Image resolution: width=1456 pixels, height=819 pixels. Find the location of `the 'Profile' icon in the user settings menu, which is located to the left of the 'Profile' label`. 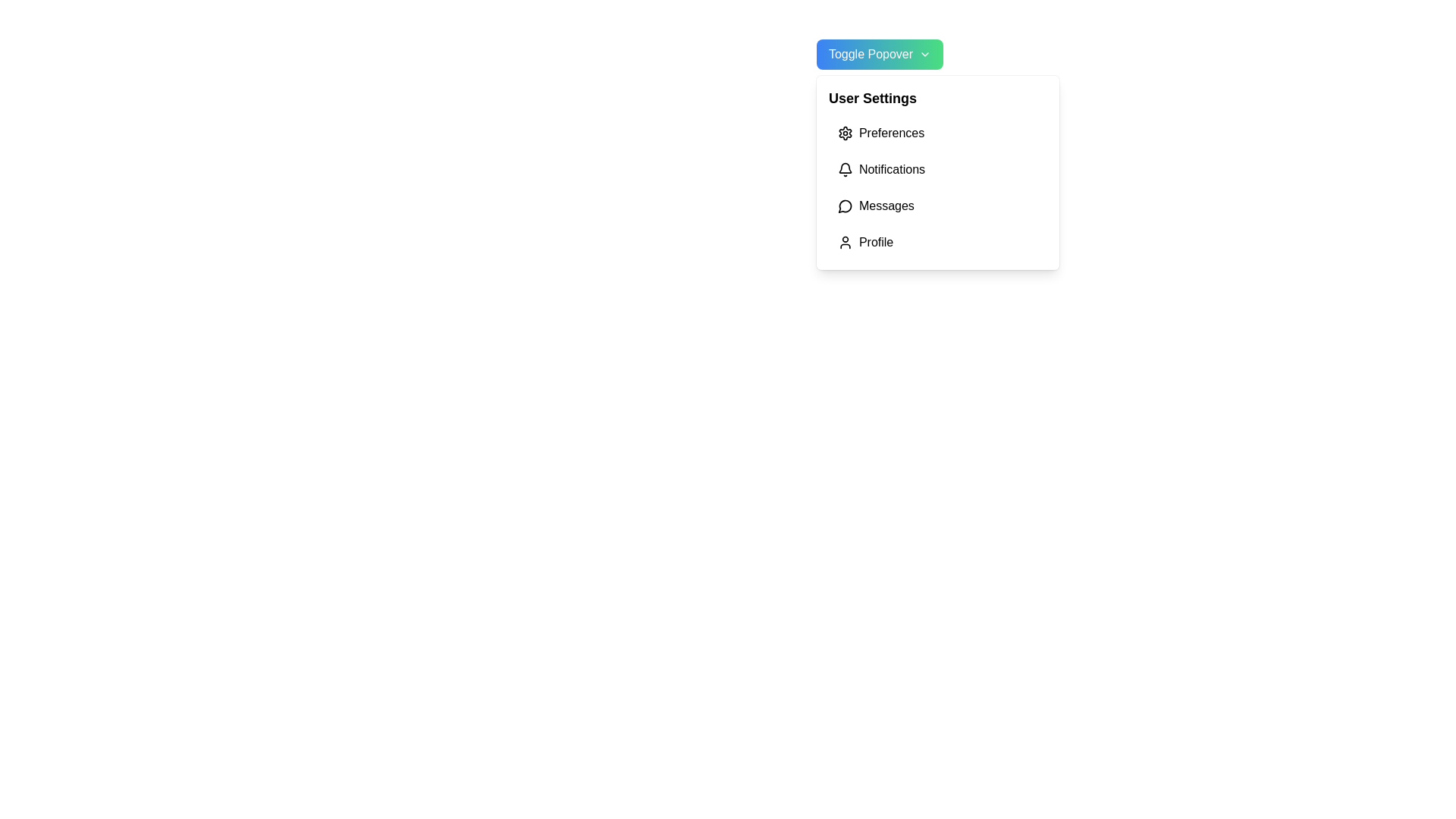

the 'Profile' icon in the user settings menu, which is located to the left of the 'Profile' label is located at coordinates (844, 242).